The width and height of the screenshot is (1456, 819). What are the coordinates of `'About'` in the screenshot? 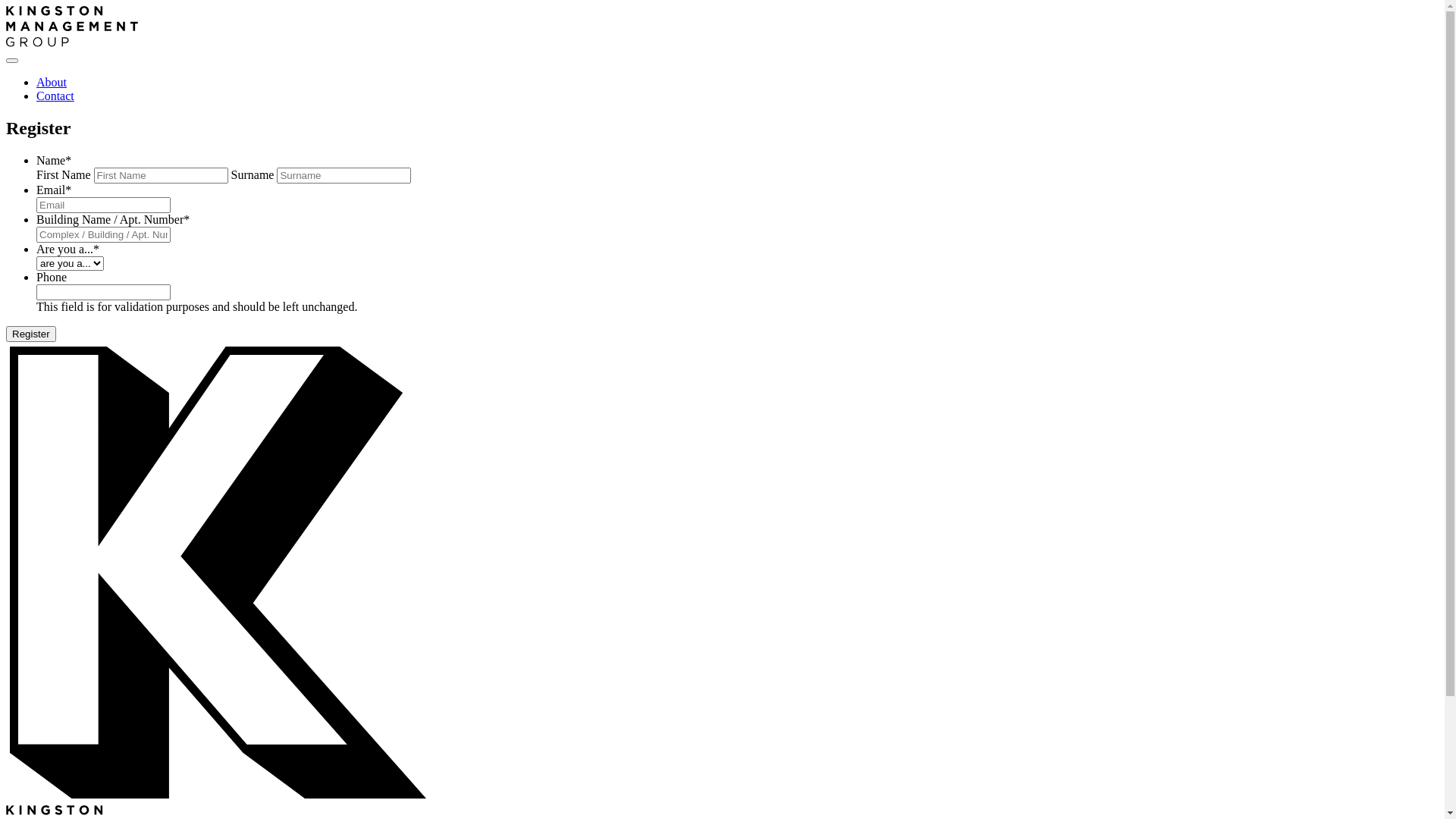 It's located at (51, 82).